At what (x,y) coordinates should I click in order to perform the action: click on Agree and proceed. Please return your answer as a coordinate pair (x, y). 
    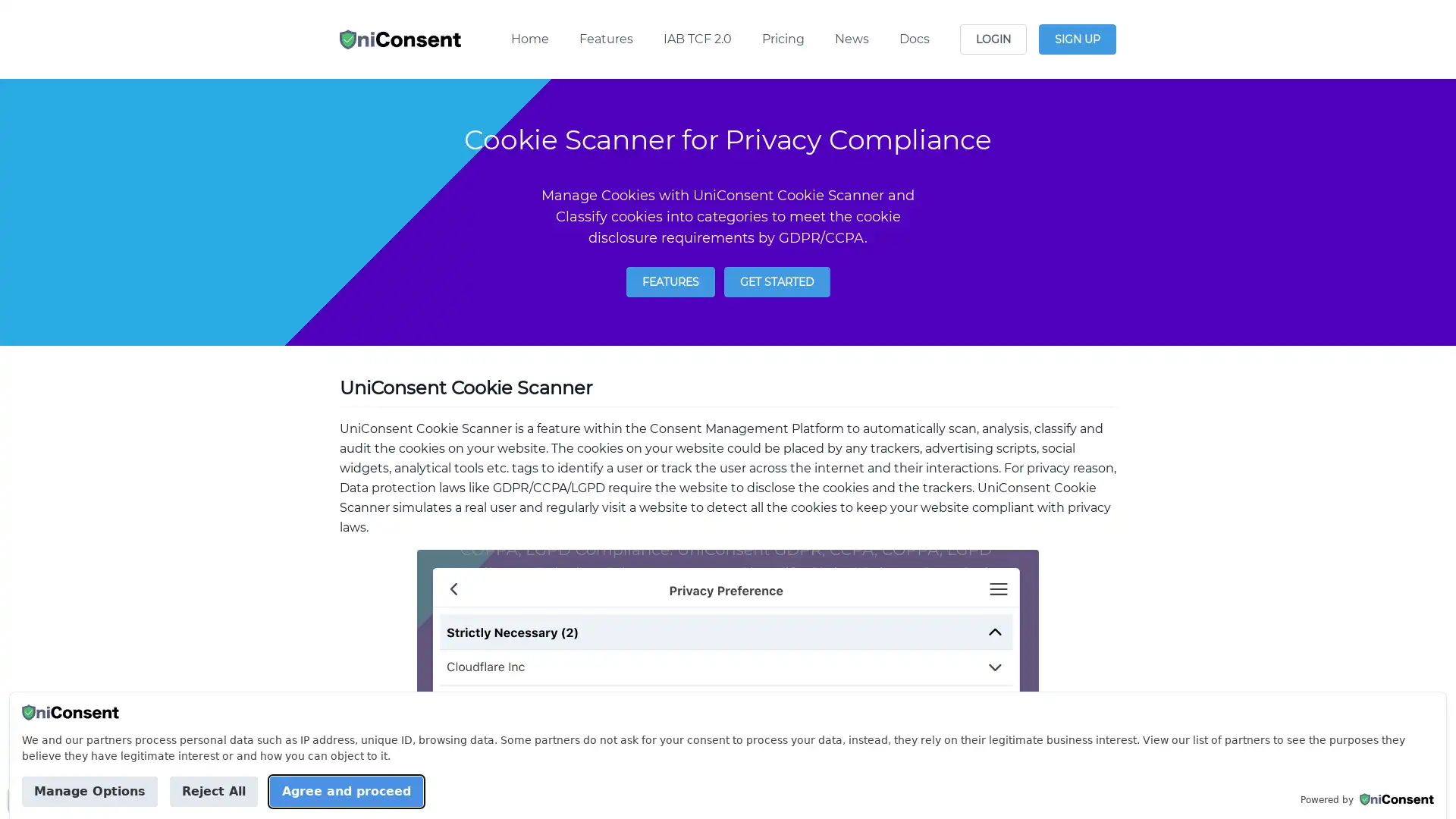
    Looking at the image, I should click on (345, 791).